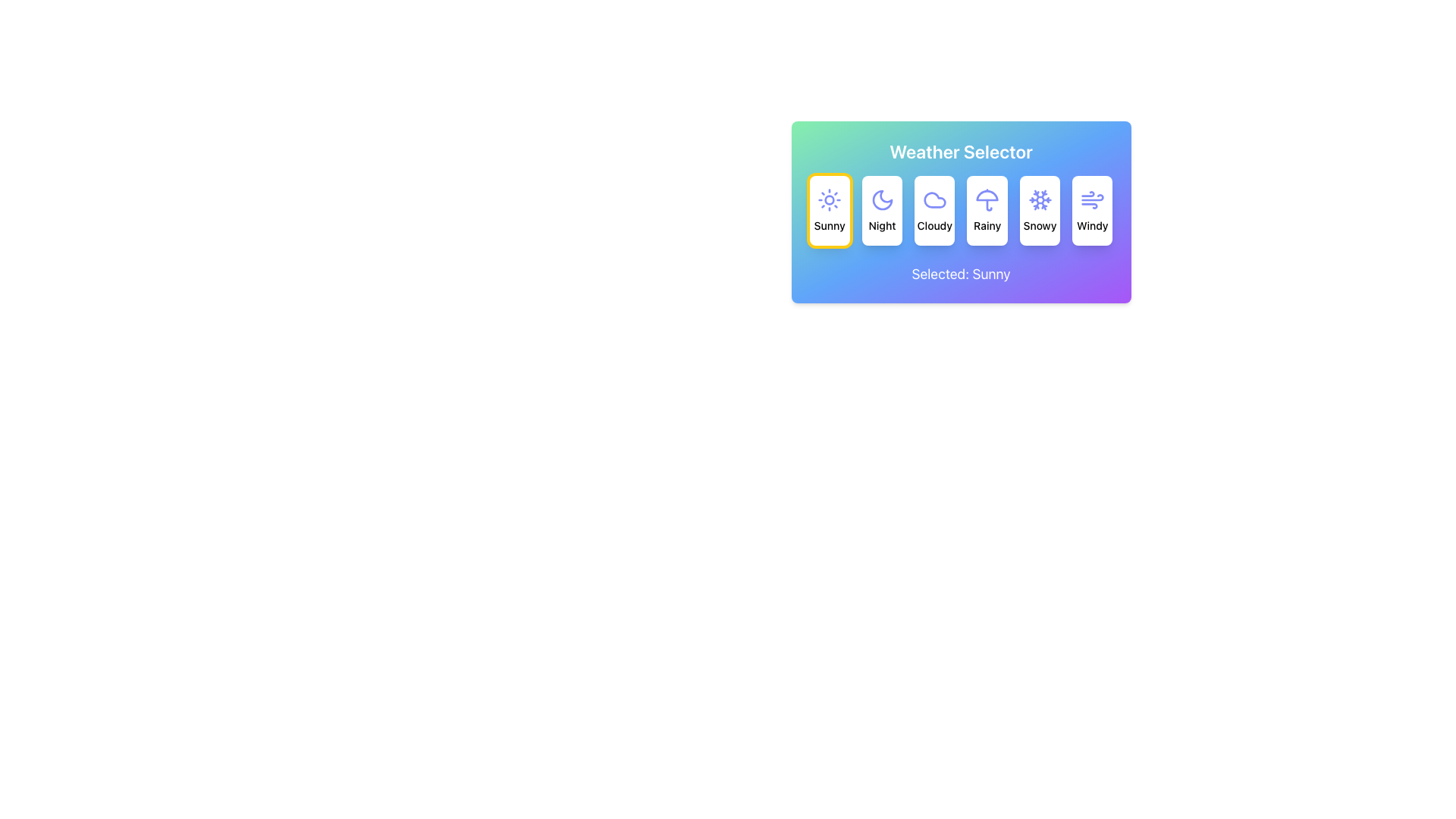 The height and width of the screenshot is (819, 1456). I want to click on the button labeled 'Rainy', which is the fourth item in a horizontal grid of weather options, so click(960, 210).